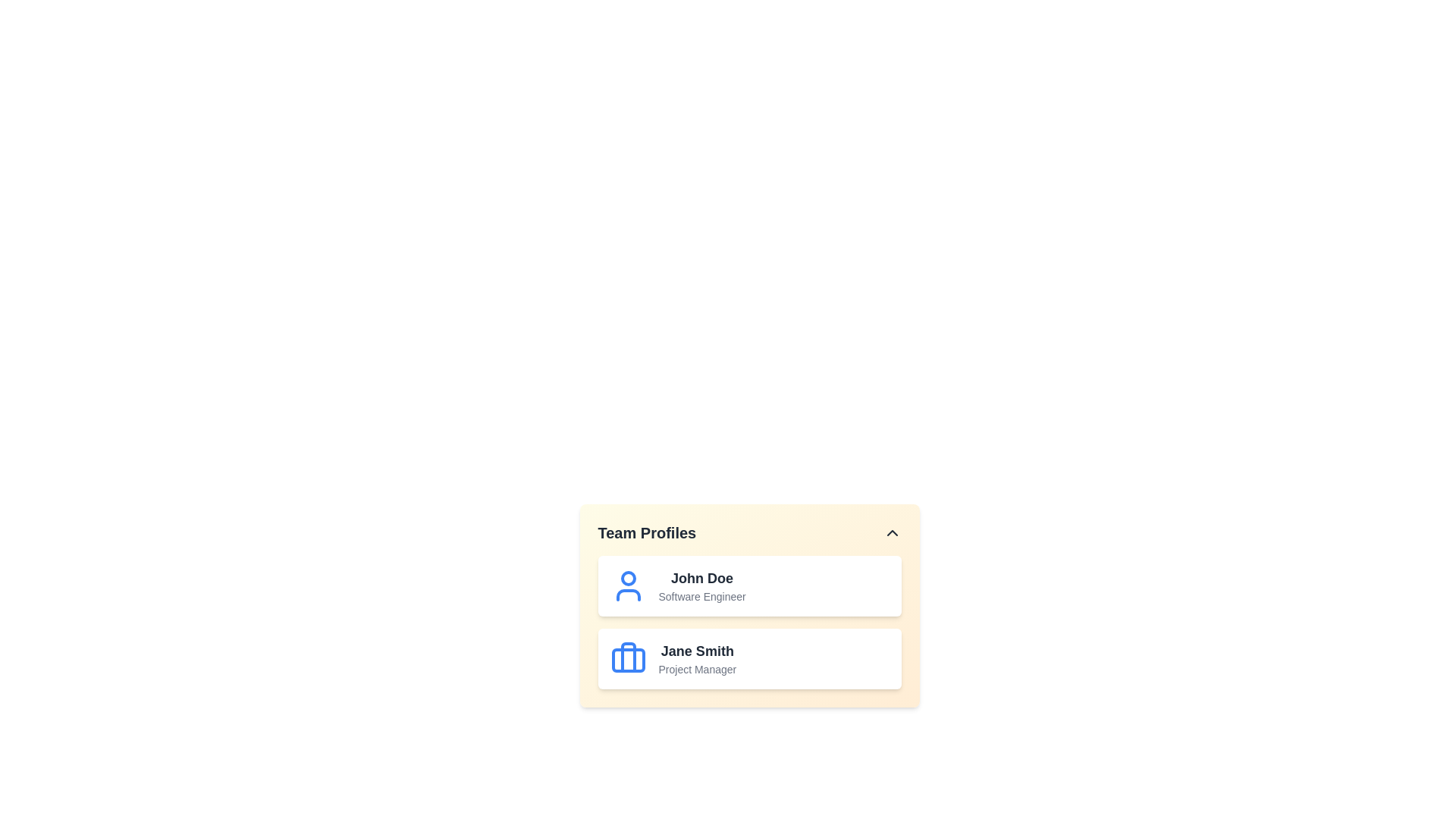  What do you see at coordinates (749, 623) in the screenshot?
I see `the second profile display card within the 'Team Profiles' section` at bounding box center [749, 623].